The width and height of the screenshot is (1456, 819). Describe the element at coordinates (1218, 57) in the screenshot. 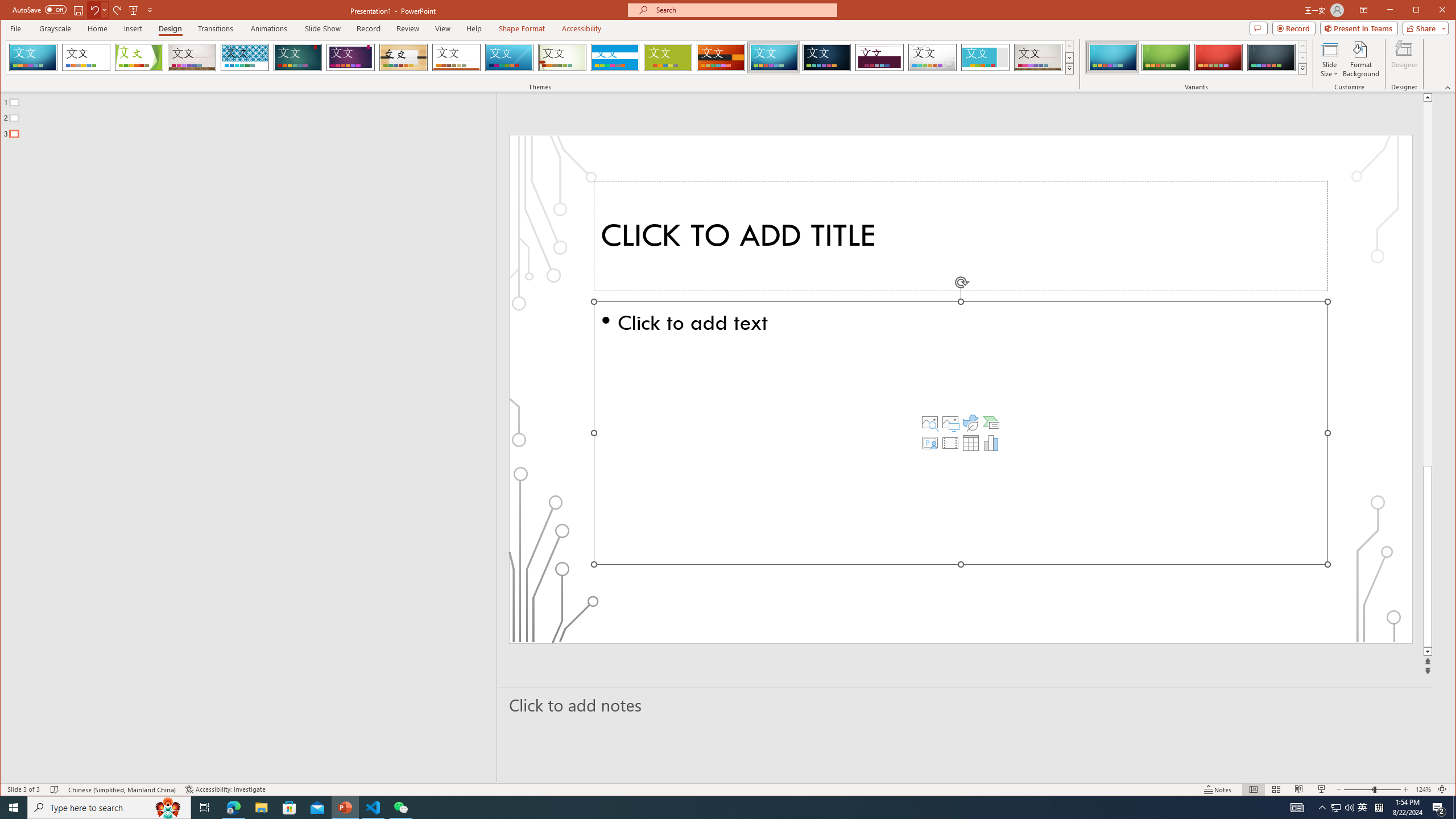

I see `'Circuit Variant 3'` at that location.